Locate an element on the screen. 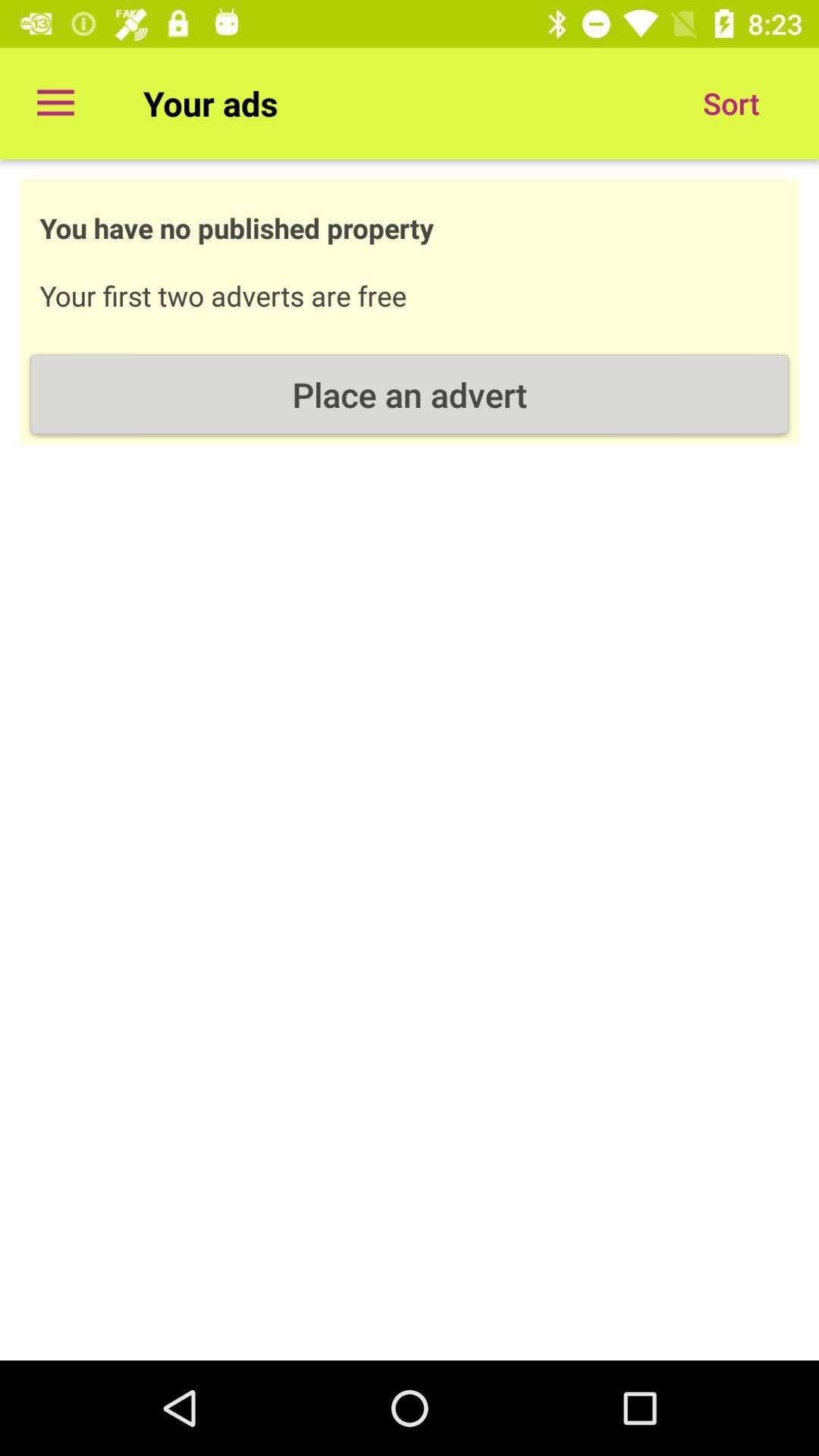 Image resolution: width=819 pixels, height=1456 pixels. the icon above you have no is located at coordinates (55, 102).